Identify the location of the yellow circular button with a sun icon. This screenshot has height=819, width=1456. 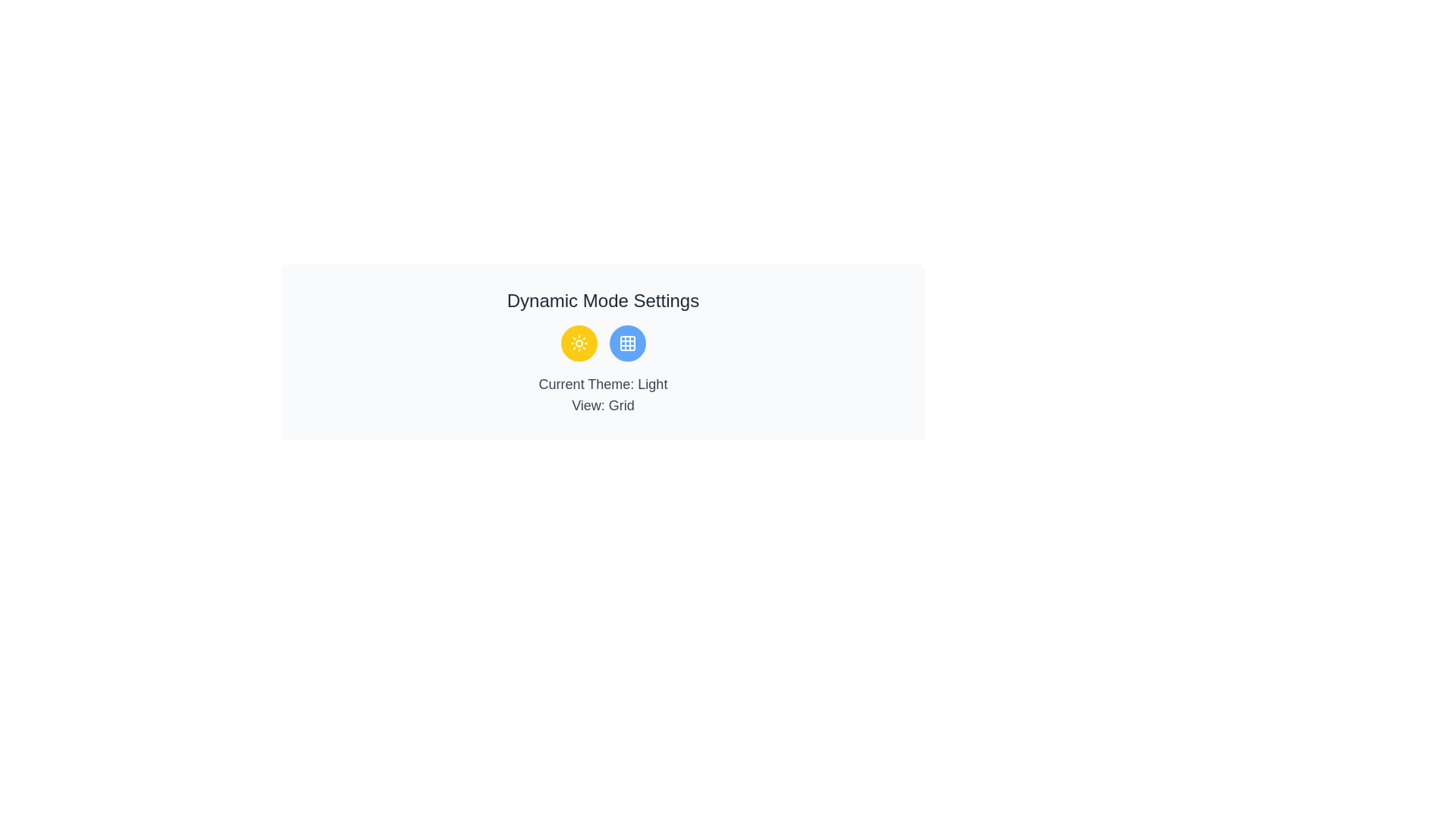
(578, 343).